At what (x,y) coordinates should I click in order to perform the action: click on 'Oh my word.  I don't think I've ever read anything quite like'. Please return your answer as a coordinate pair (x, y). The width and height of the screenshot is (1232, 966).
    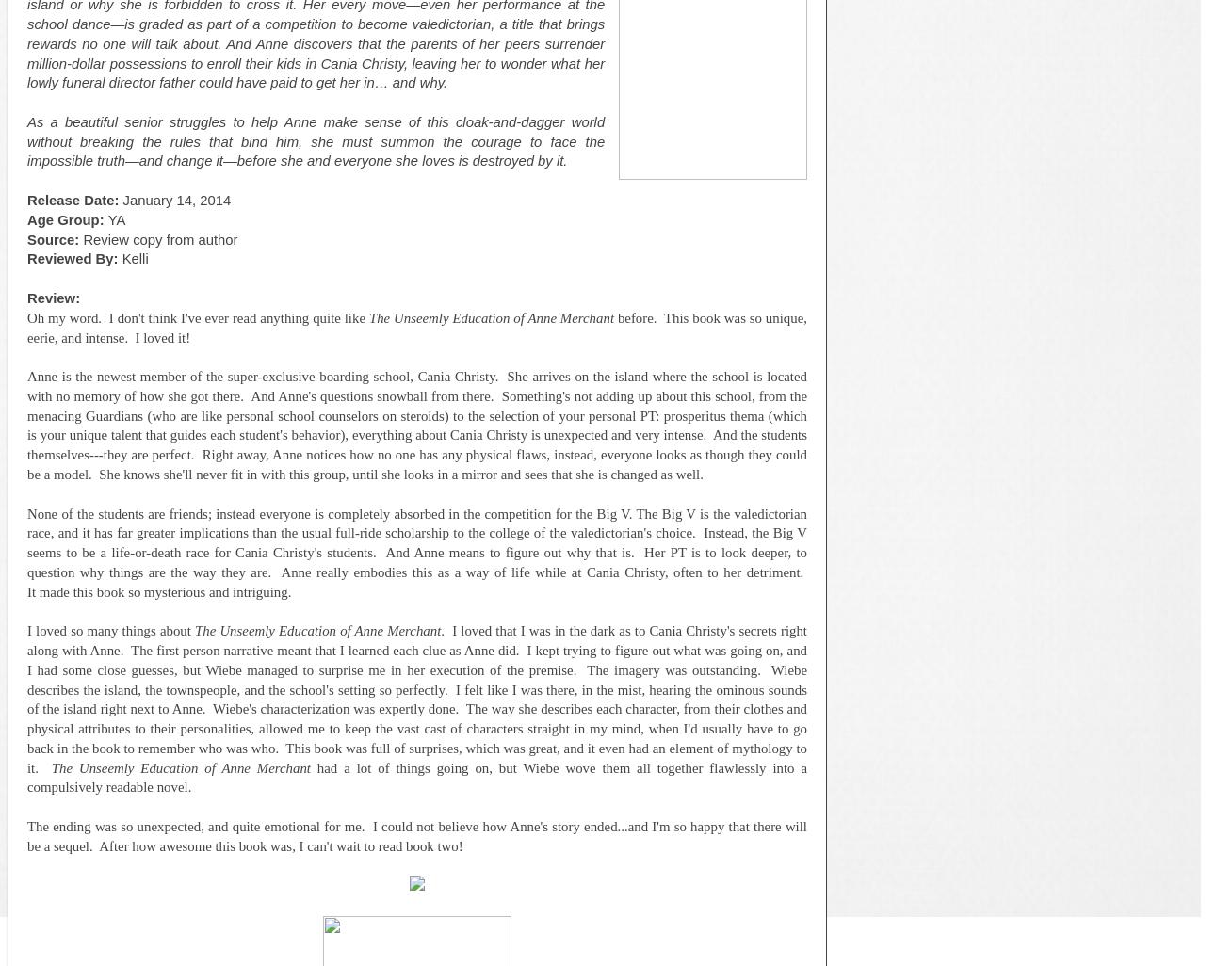
    Looking at the image, I should click on (27, 317).